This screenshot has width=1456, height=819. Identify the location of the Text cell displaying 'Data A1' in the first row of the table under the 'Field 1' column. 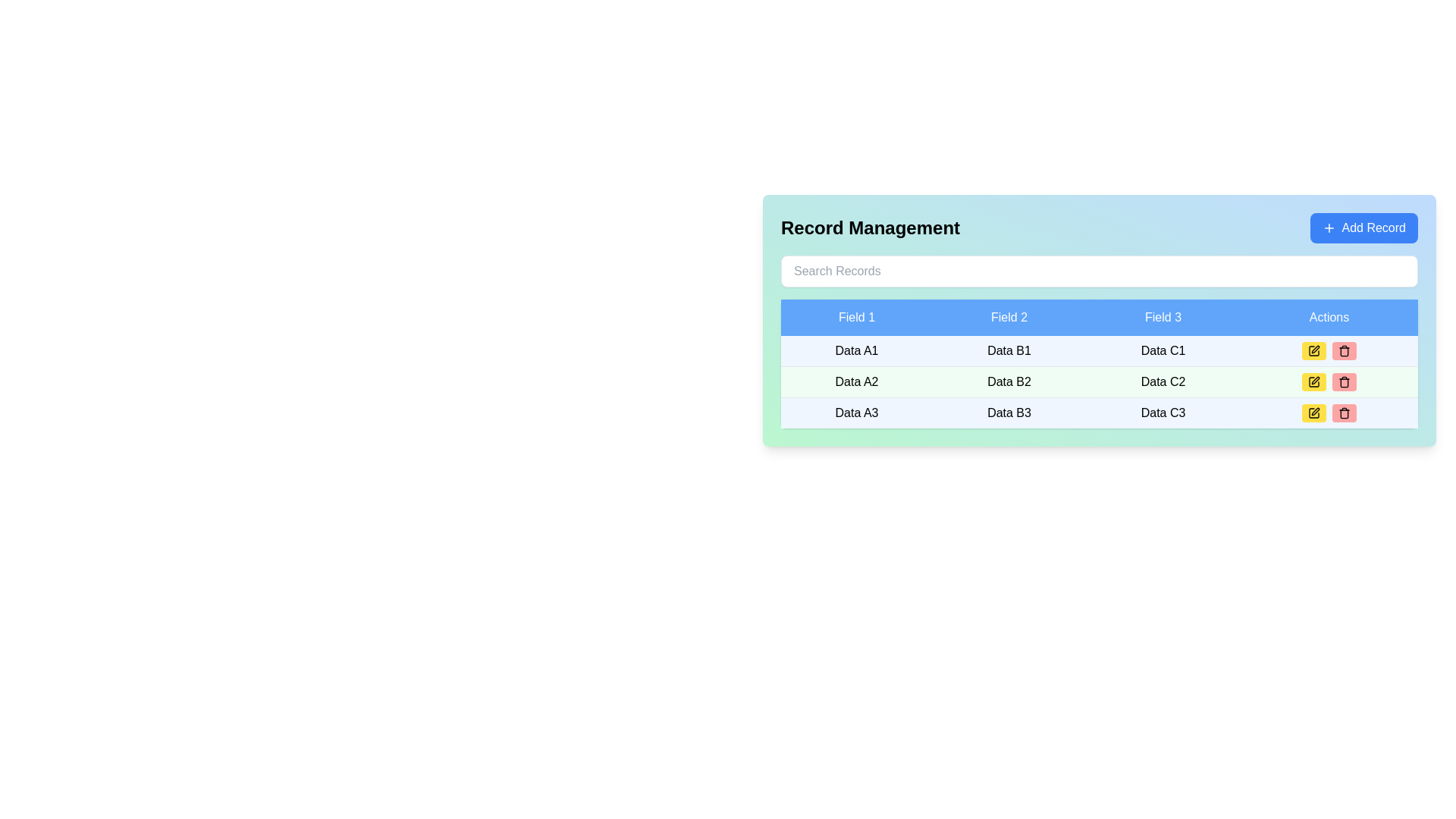
(857, 351).